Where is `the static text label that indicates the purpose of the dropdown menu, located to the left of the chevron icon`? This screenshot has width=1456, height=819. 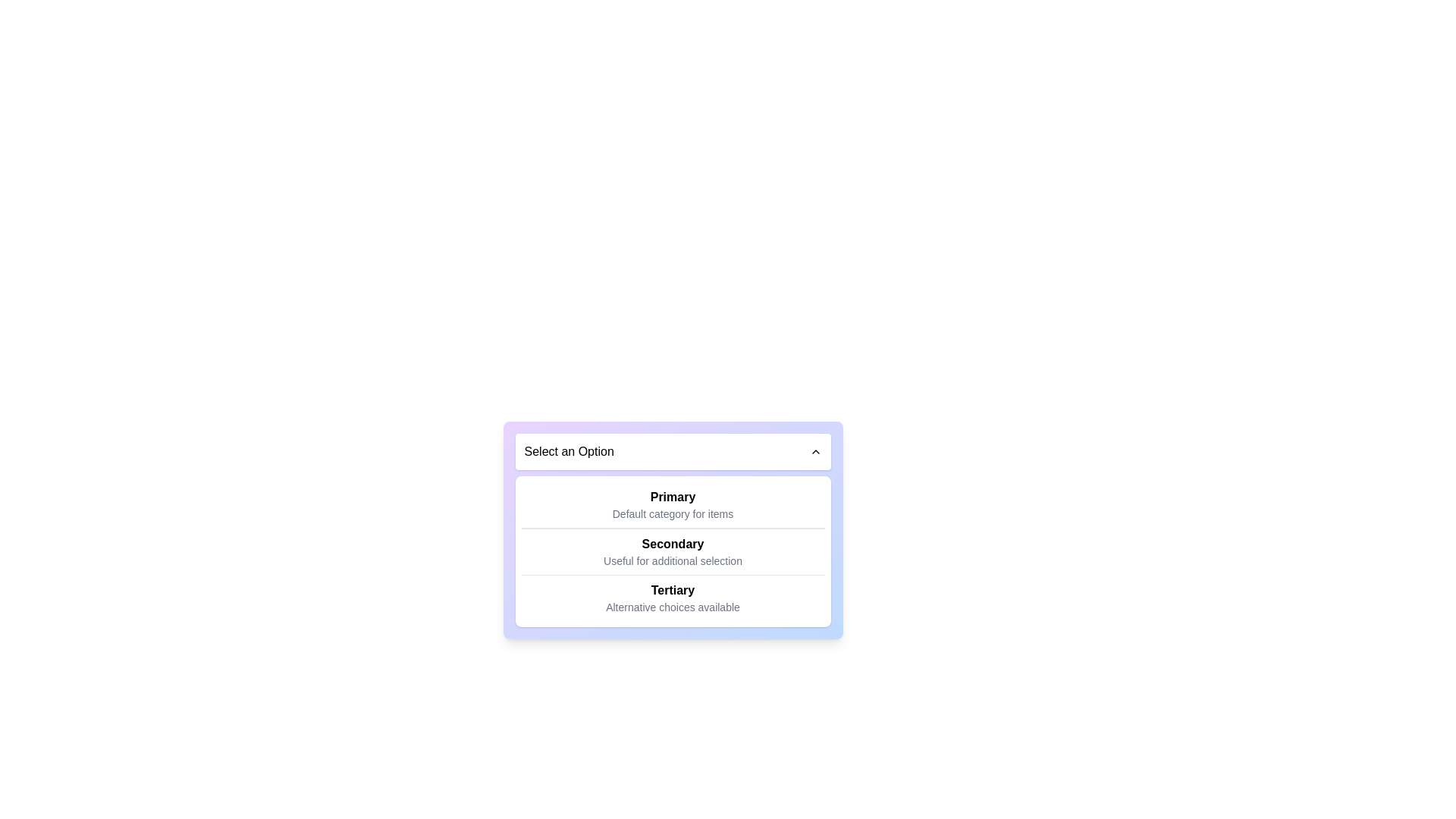 the static text label that indicates the purpose of the dropdown menu, located to the left of the chevron icon is located at coordinates (568, 451).